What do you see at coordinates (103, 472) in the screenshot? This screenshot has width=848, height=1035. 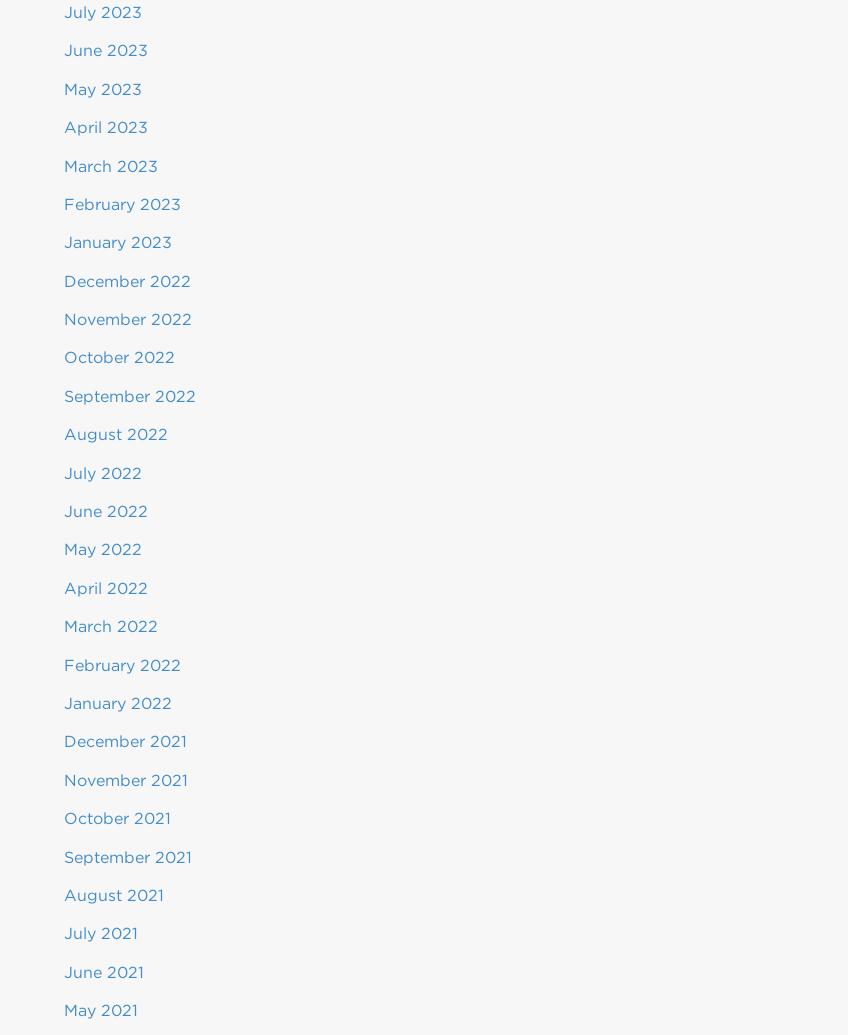 I see `'July 2022'` at bounding box center [103, 472].